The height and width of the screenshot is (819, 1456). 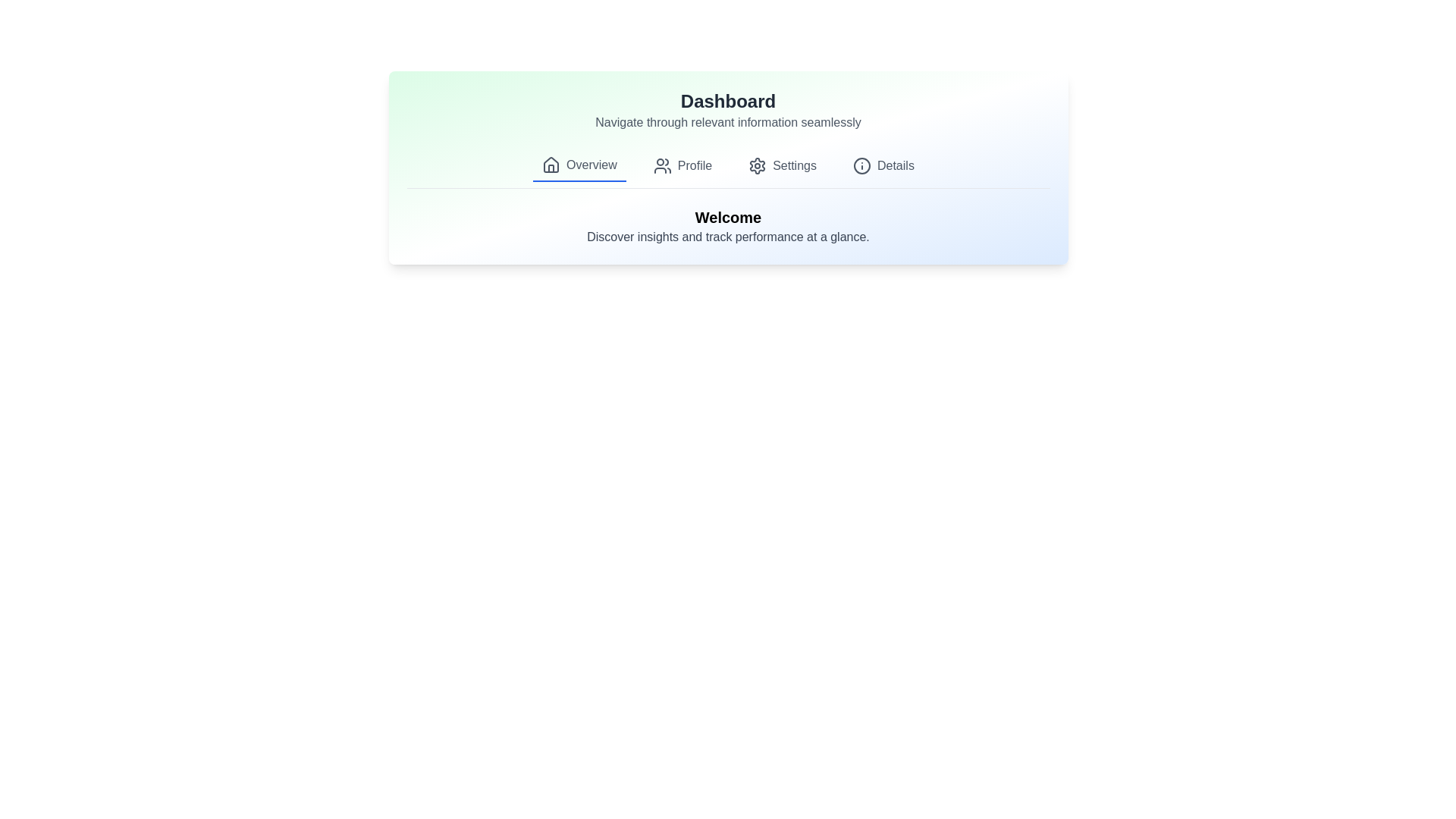 What do you see at coordinates (662, 166) in the screenshot?
I see `the 'Profile' icon in the navigation bar` at bounding box center [662, 166].